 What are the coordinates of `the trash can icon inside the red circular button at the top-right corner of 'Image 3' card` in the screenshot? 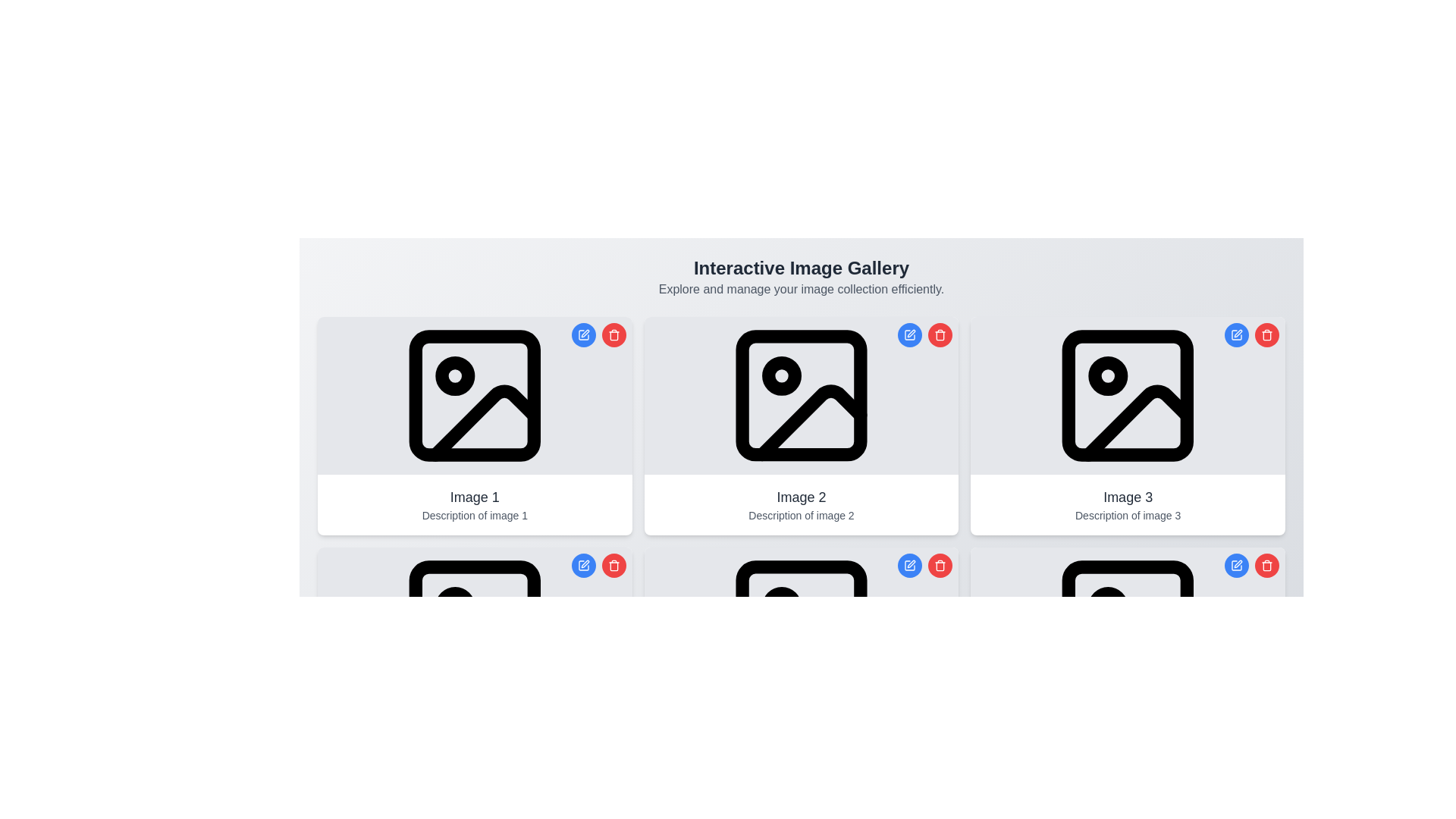 It's located at (1266, 334).